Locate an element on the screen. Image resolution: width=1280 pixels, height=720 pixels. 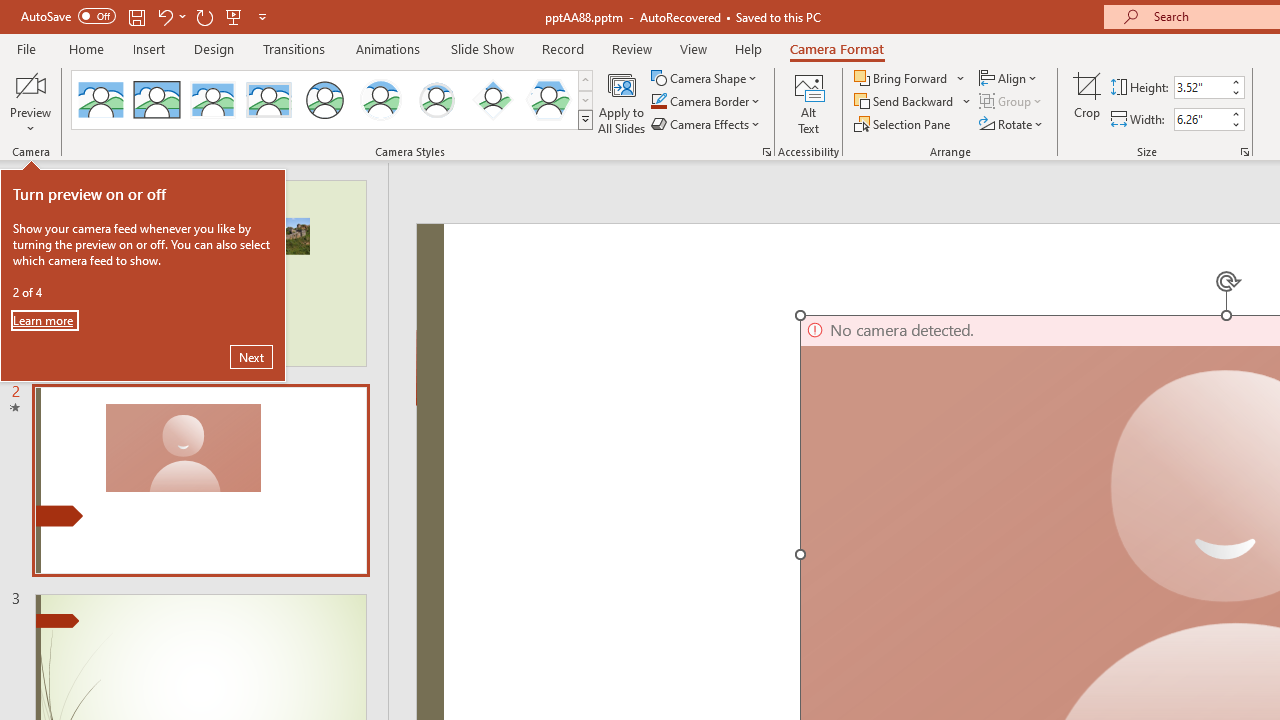
'Rotate' is located at coordinates (1012, 124).